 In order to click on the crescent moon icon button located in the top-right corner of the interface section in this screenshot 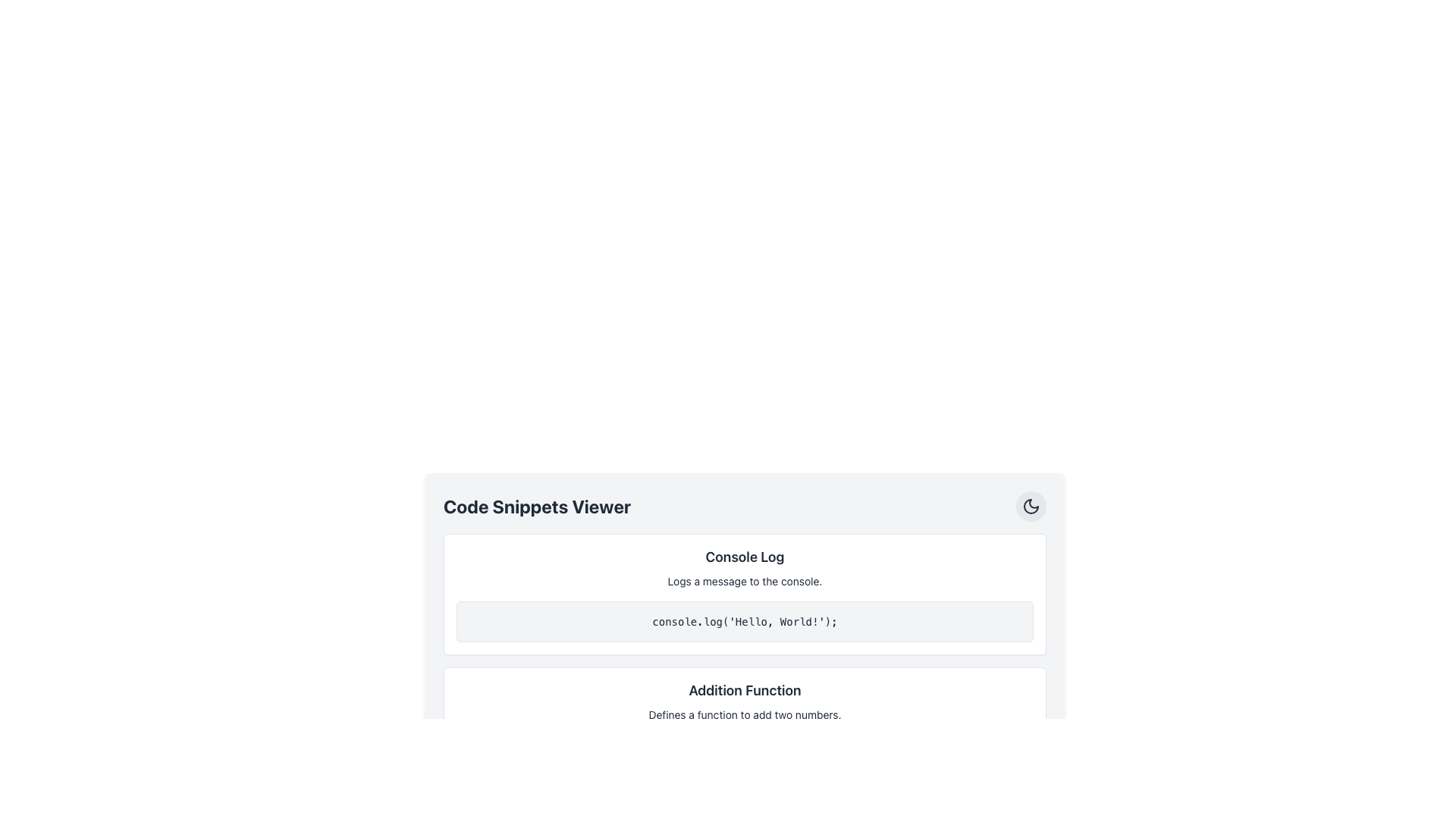, I will do `click(1031, 506)`.